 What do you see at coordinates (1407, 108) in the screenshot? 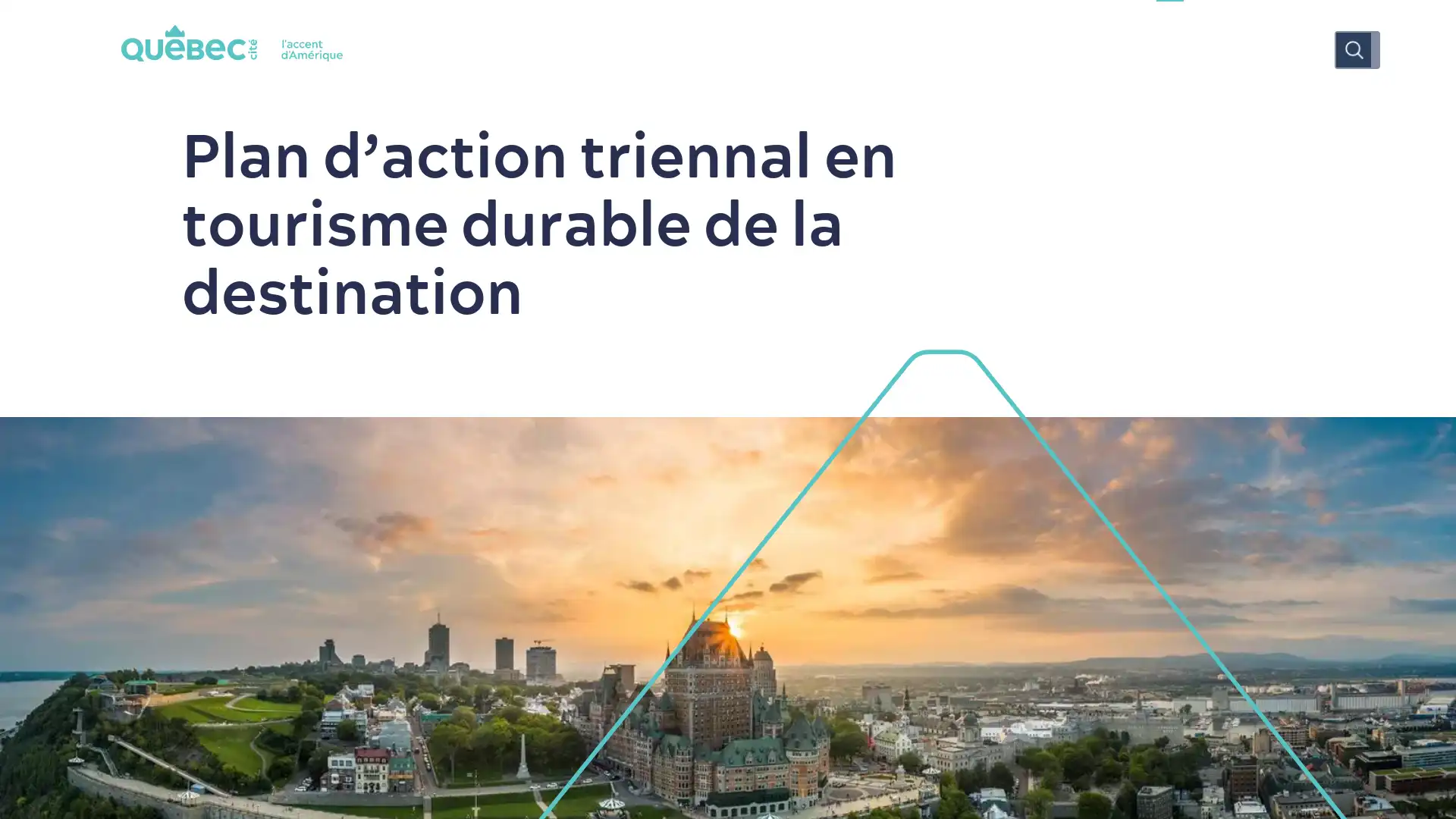
I see `Tous` at bounding box center [1407, 108].